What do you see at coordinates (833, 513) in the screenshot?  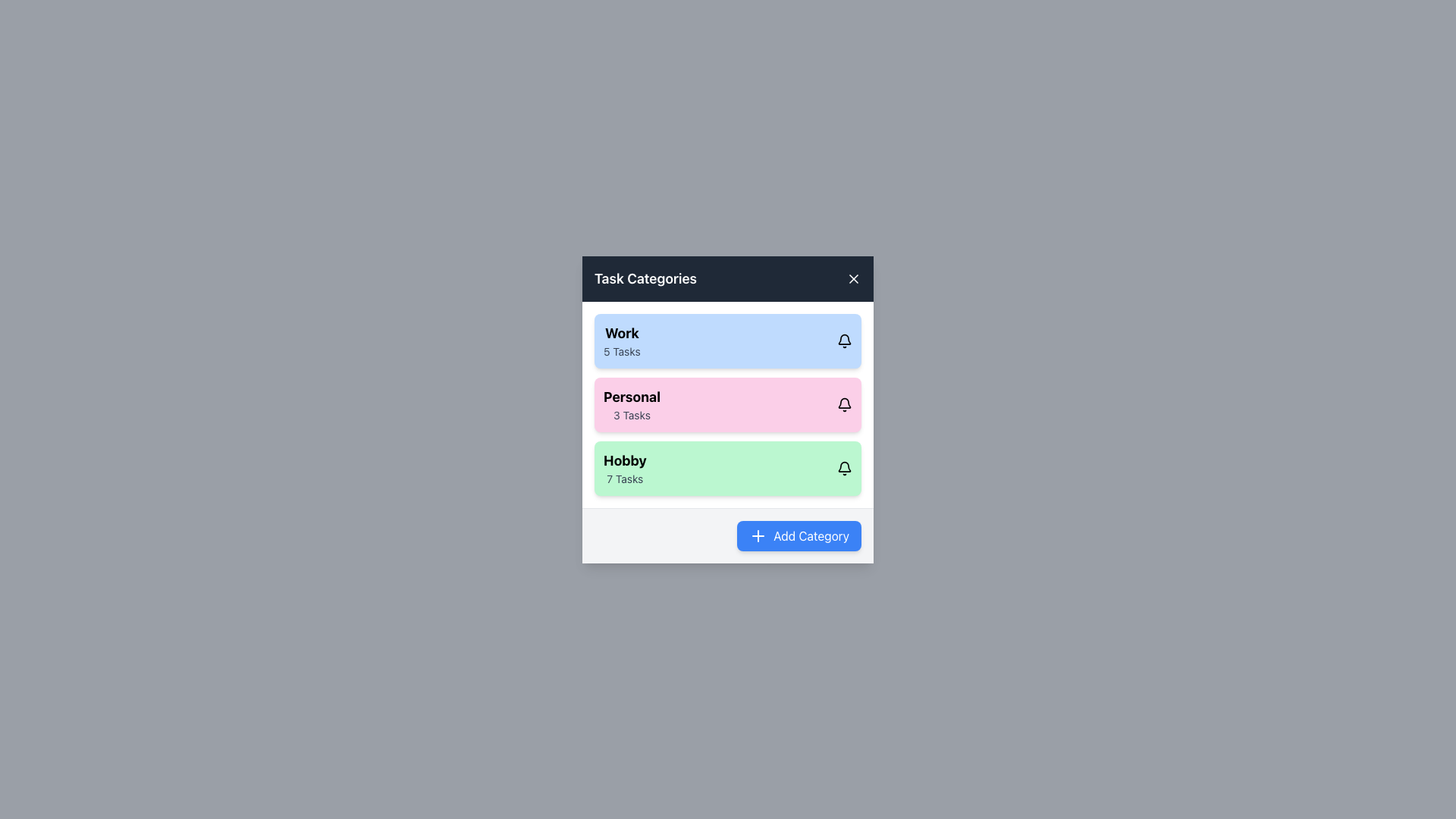 I see `the 'Add Category' button, which is a blue rectangular button with rounded corners located at the bottom of the dialog box` at bounding box center [833, 513].